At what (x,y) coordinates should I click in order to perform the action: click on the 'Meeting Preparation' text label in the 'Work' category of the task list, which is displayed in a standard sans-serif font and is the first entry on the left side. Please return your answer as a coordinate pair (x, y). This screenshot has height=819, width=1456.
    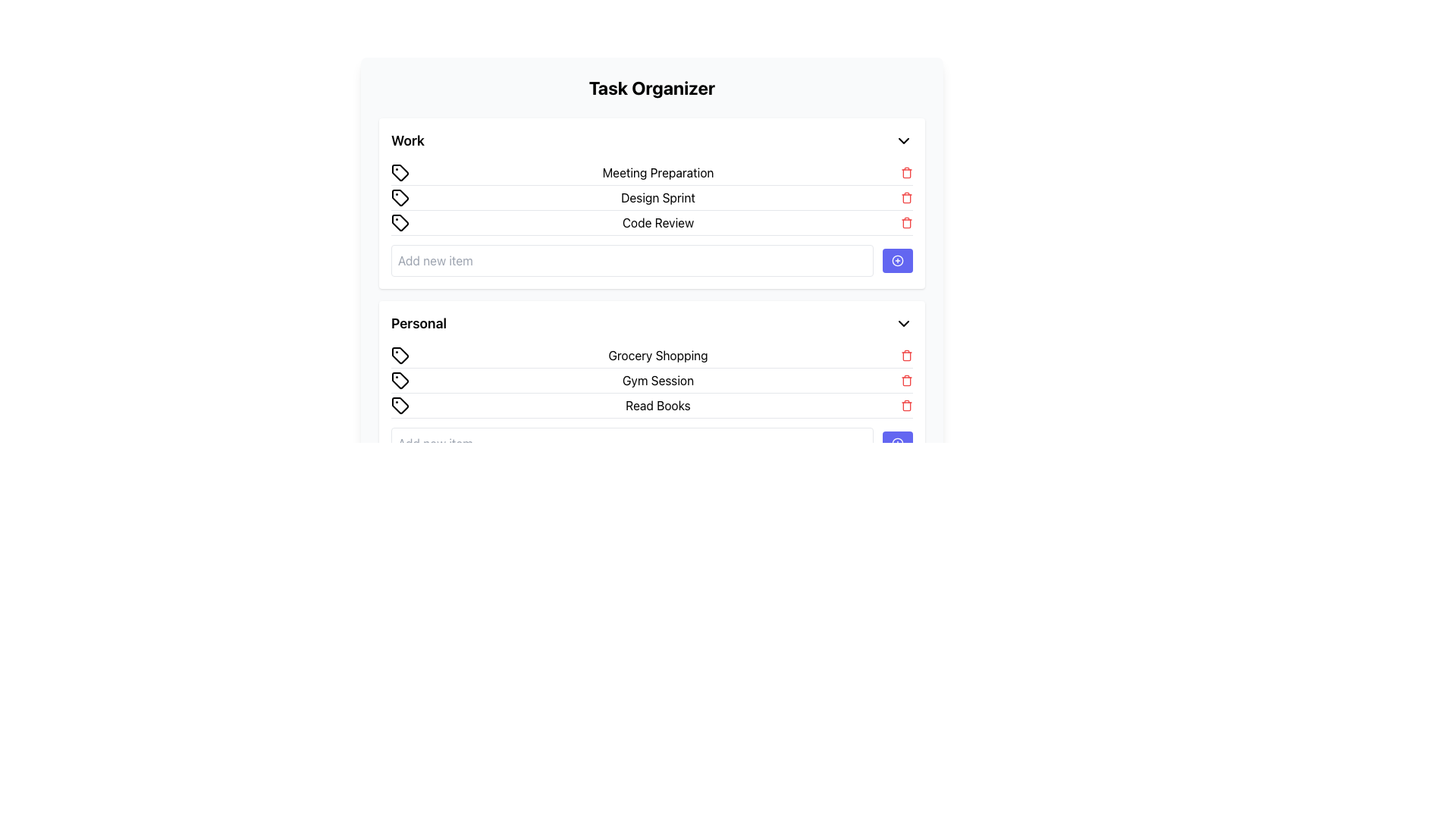
    Looking at the image, I should click on (658, 171).